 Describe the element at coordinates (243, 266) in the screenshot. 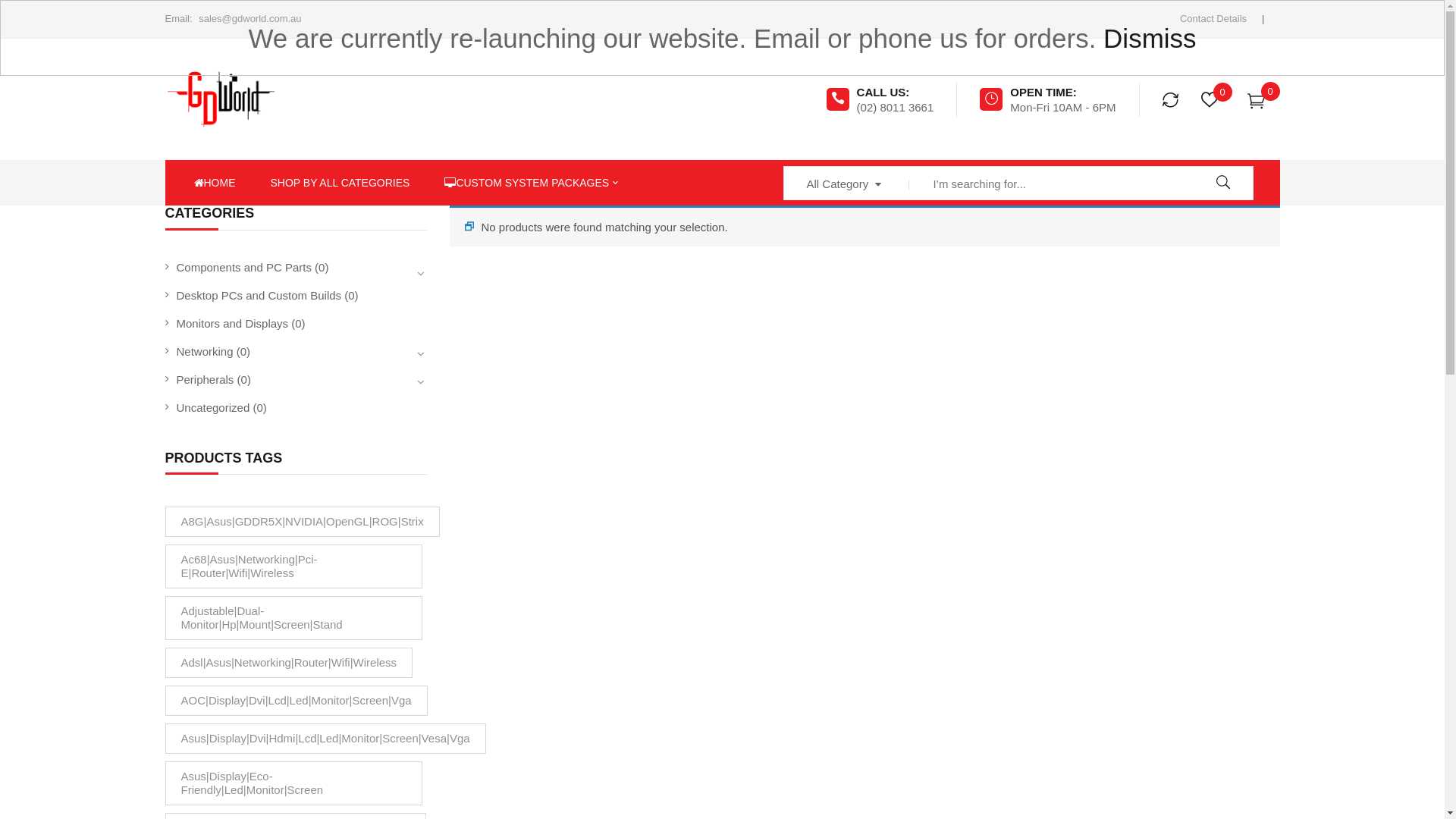

I see `'Components and PC Parts'` at that location.